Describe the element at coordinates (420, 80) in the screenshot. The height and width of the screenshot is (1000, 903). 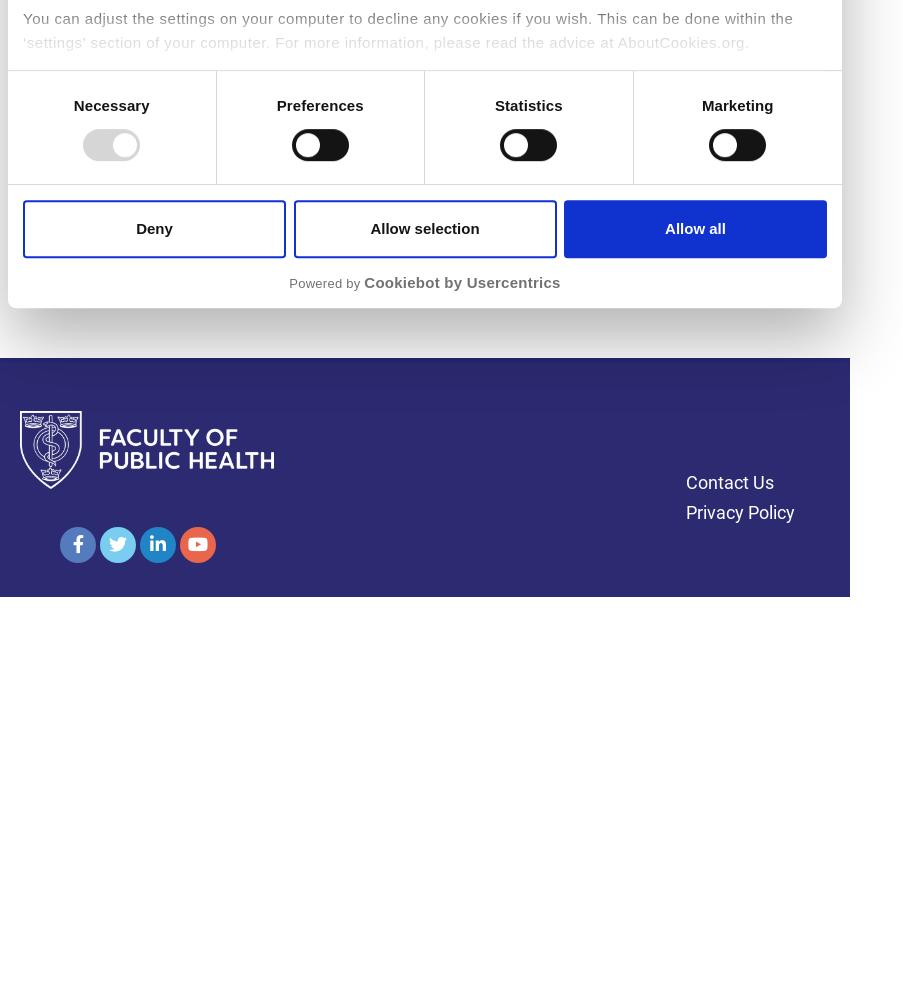
I see `'David has taught health economics in many places, to many different types of student and at many levels. He has written many published articles and book chapters and is joint author, with Stephen Morris, Nancy Devlin and Ann Spencer, of a popular textbook on health economics, ‘Economic Analysis in Health Care’, published by Wiley. His research interests are broad, but in particular include health measurement, priority setting and efficiency measurement.'` at that location.